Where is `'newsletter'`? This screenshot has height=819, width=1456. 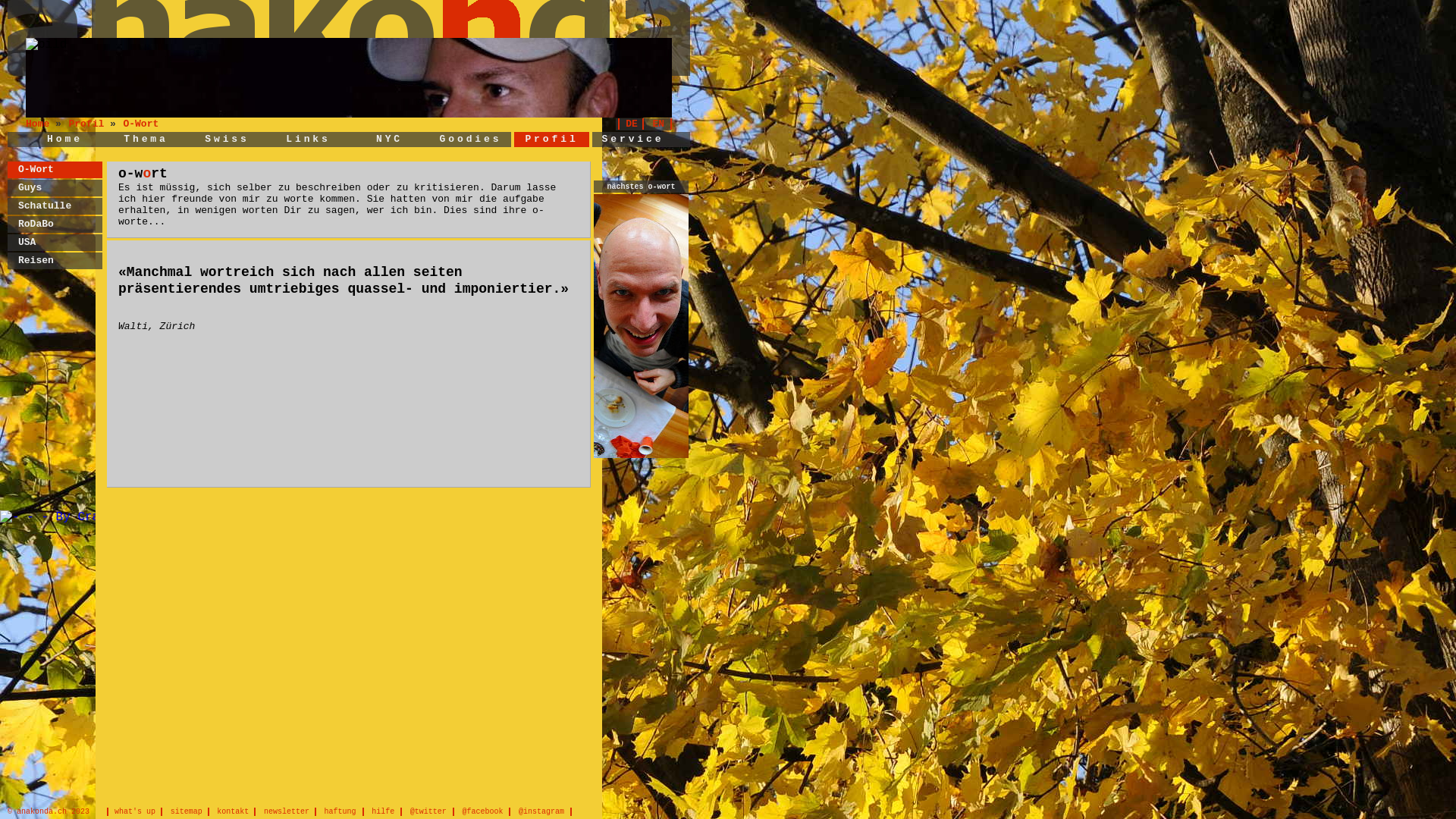 'newsletter' is located at coordinates (290, 811).